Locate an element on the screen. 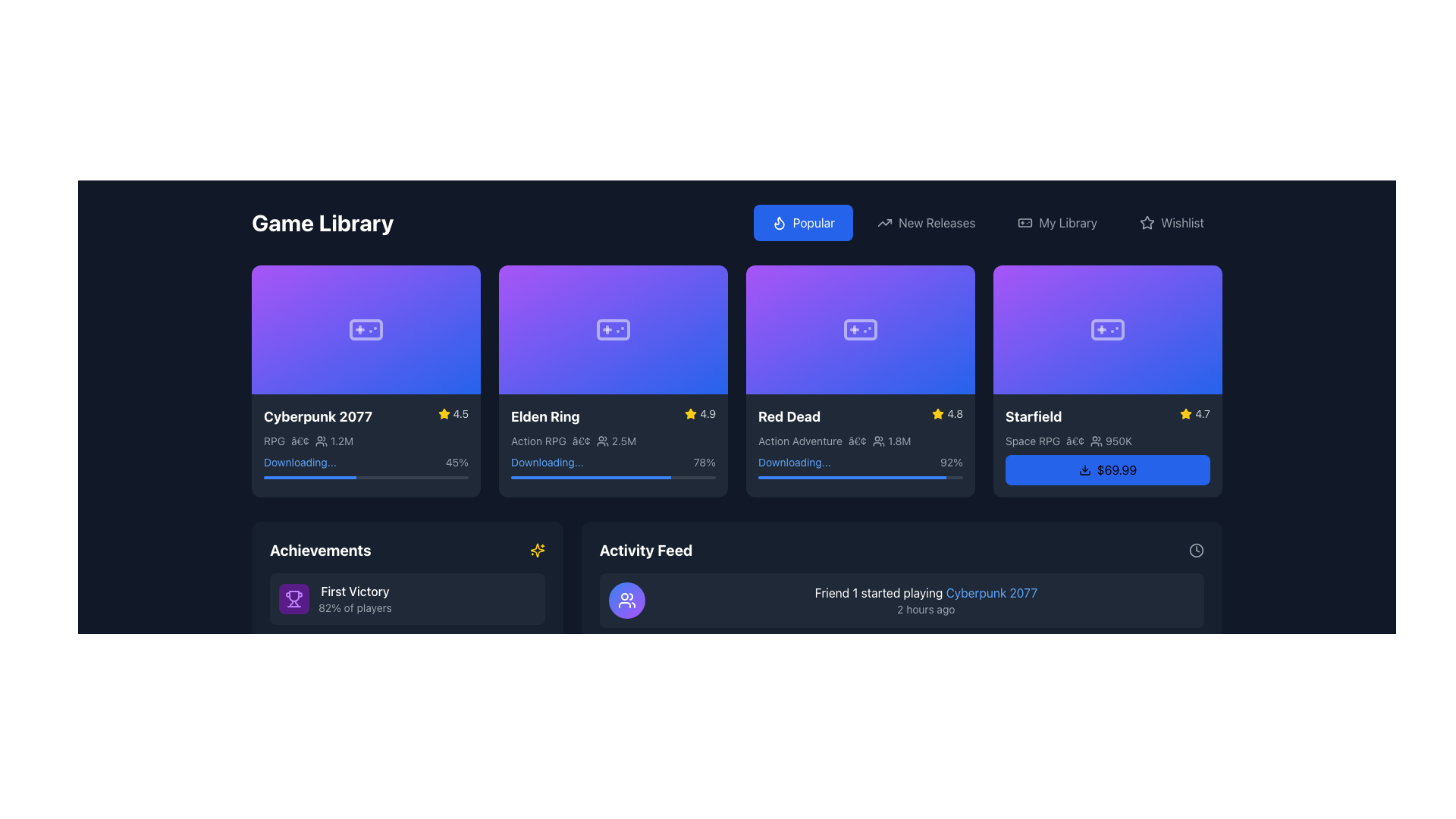 The height and width of the screenshot is (819, 1456). the 'Action RPG' text label that describes the genre of 'Elden Ring' located in the details section of the game card is located at coordinates (538, 441).